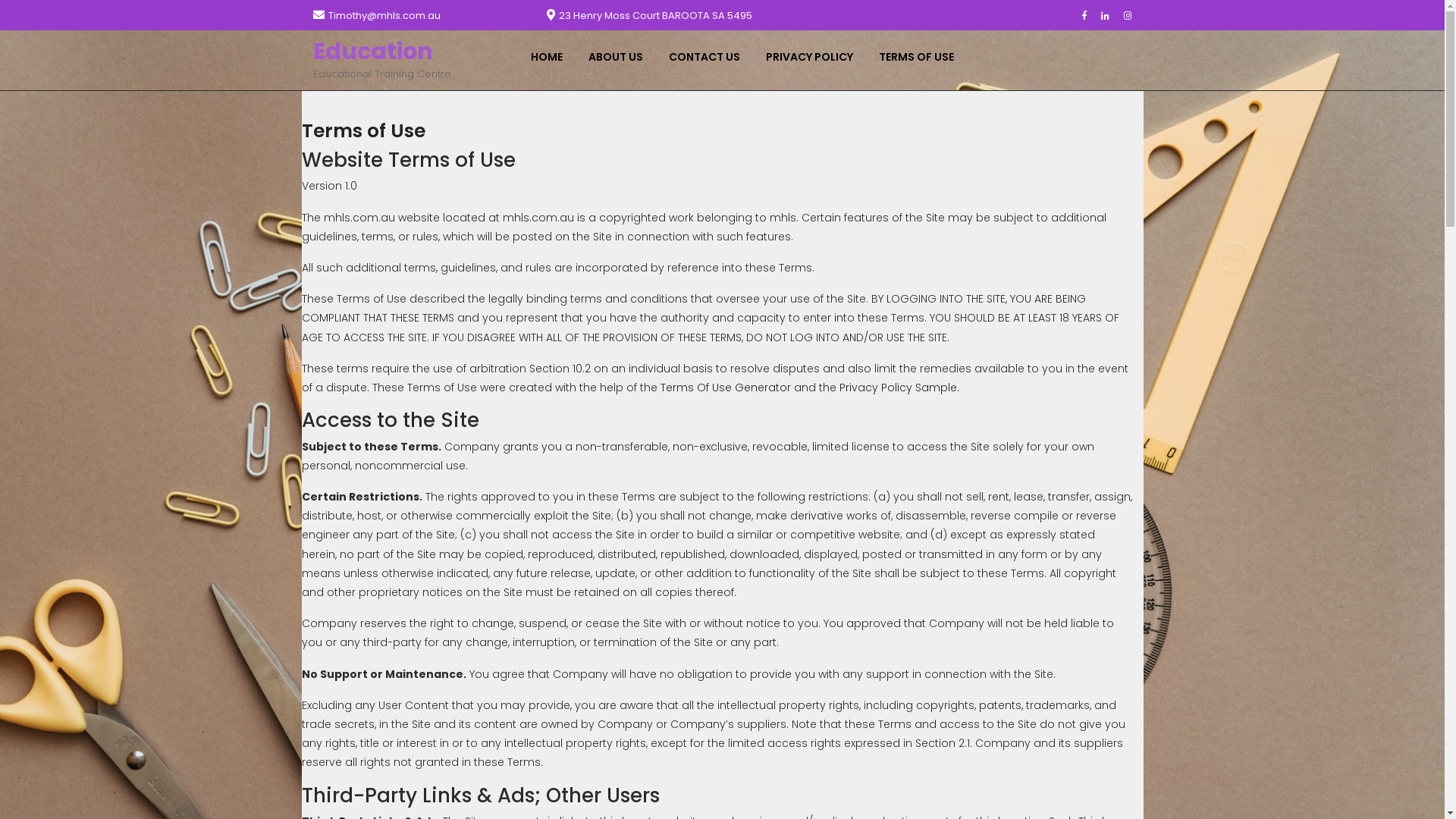  I want to click on 'Facebook', so click(1088, 14).